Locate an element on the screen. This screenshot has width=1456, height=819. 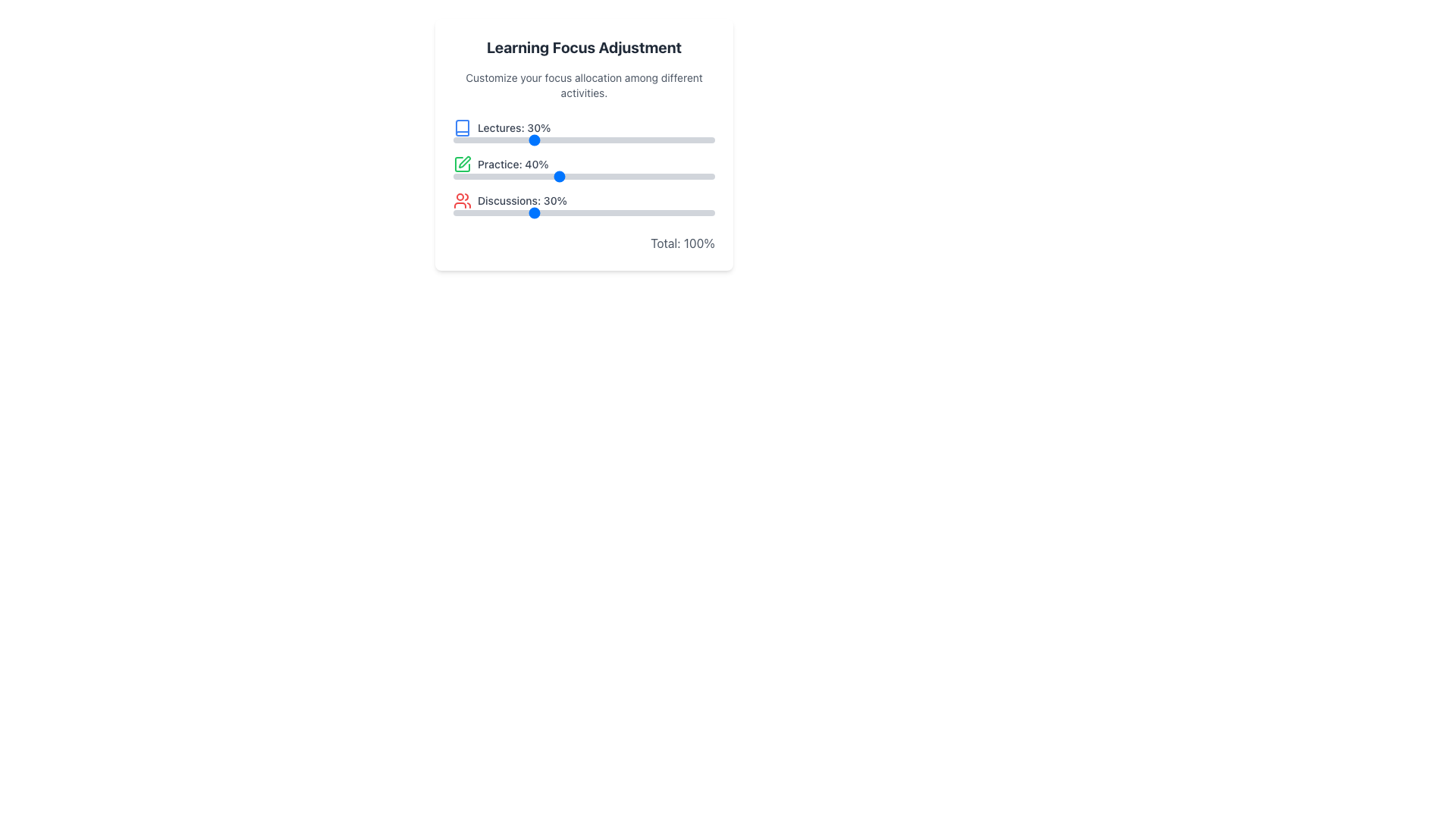
the text label displaying 'Discussions: 30%' which is part of a trio of similar elements providing information about focus allocation, located in the lower part of a vertical list is located at coordinates (522, 200).